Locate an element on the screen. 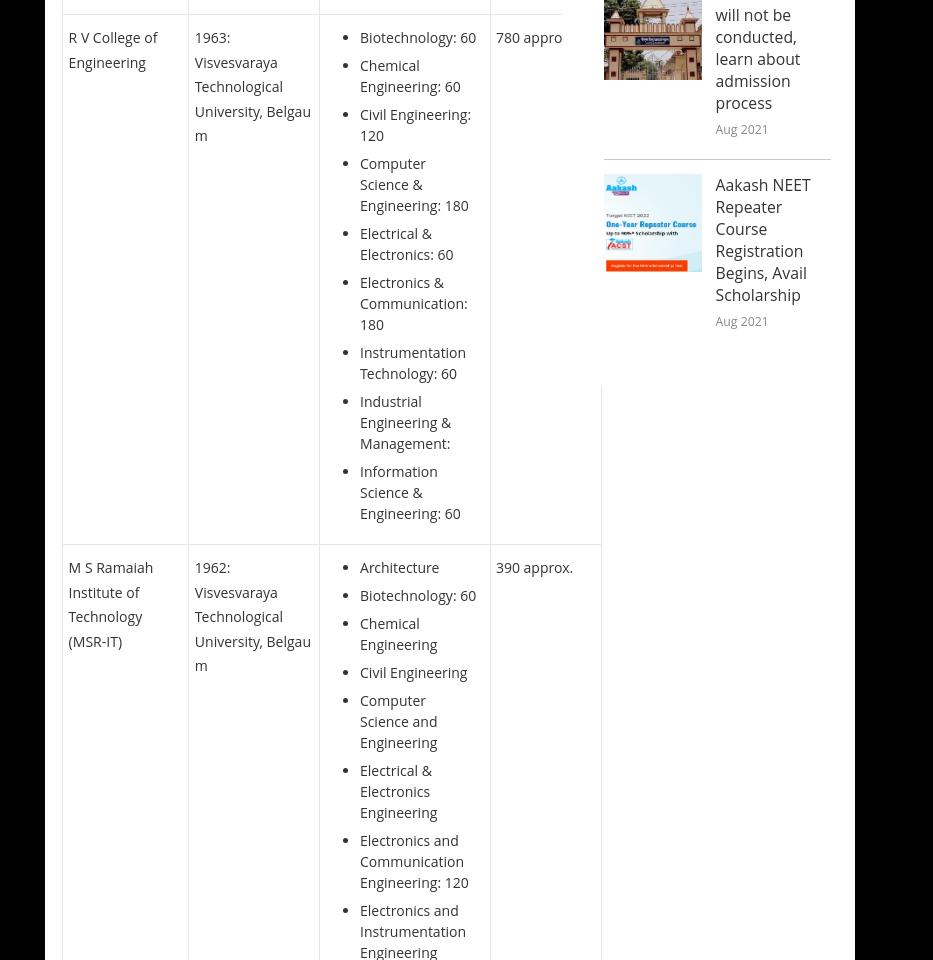 This screenshot has height=960, width=933. 'Aakash NEET Repeater Course Registration Begins, Avail Scholarship' is located at coordinates (761, 240).